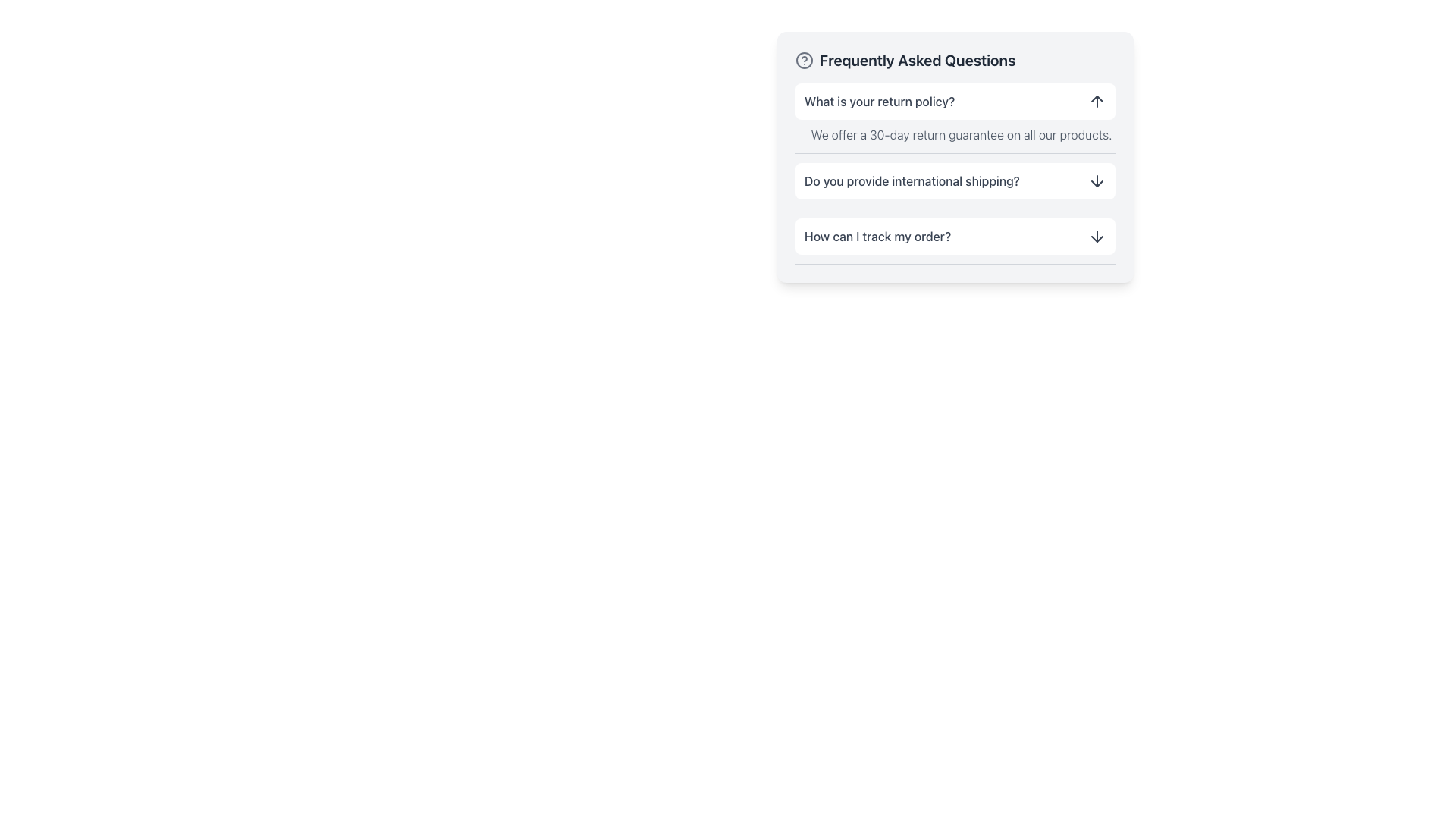  I want to click on the interactive dropdown menu item labeled 'How can I track my order?', so click(954, 237).